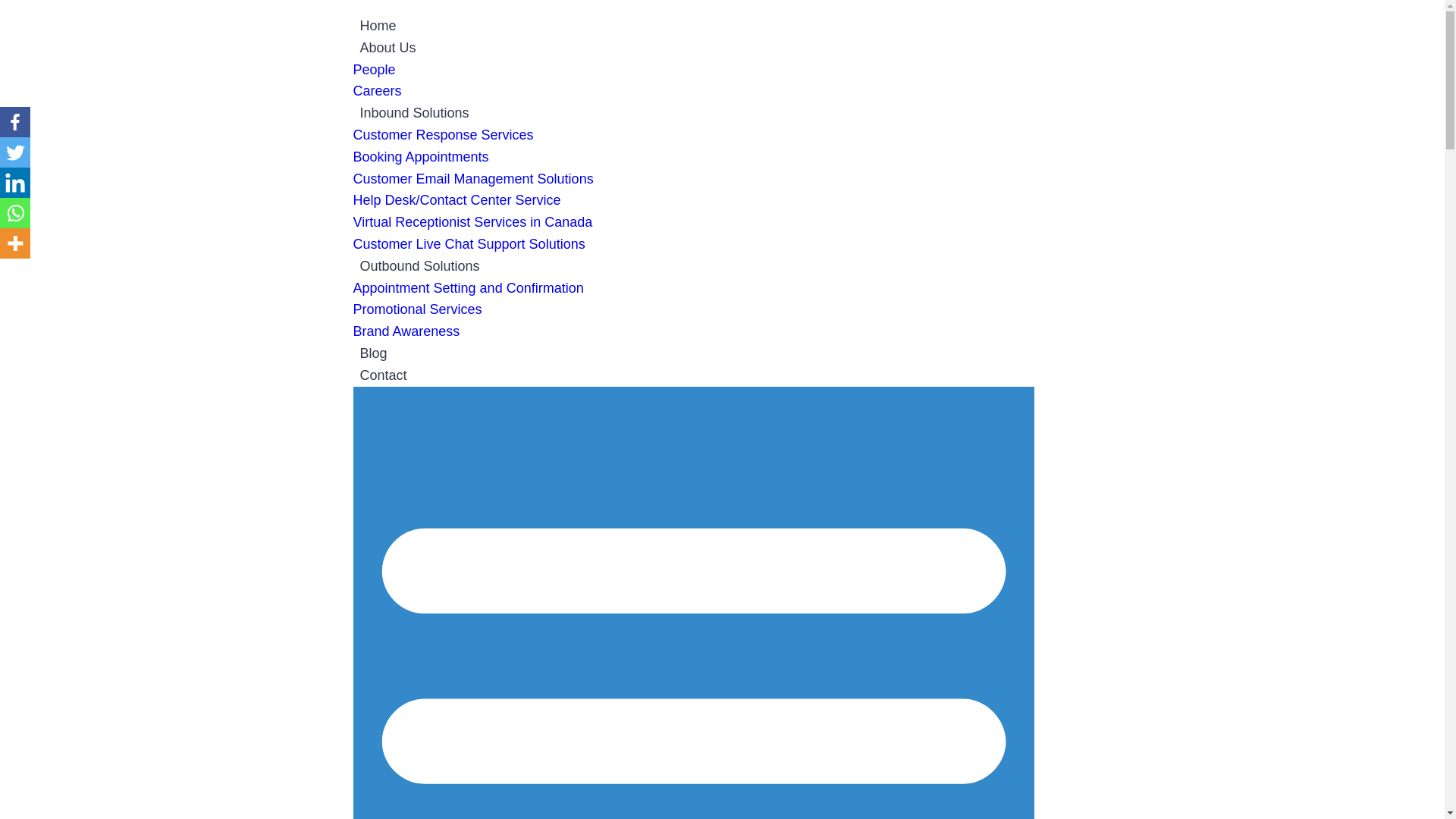 The height and width of the screenshot is (819, 1456). I want to click on 'Outbound Solutions', so click(352, 265).